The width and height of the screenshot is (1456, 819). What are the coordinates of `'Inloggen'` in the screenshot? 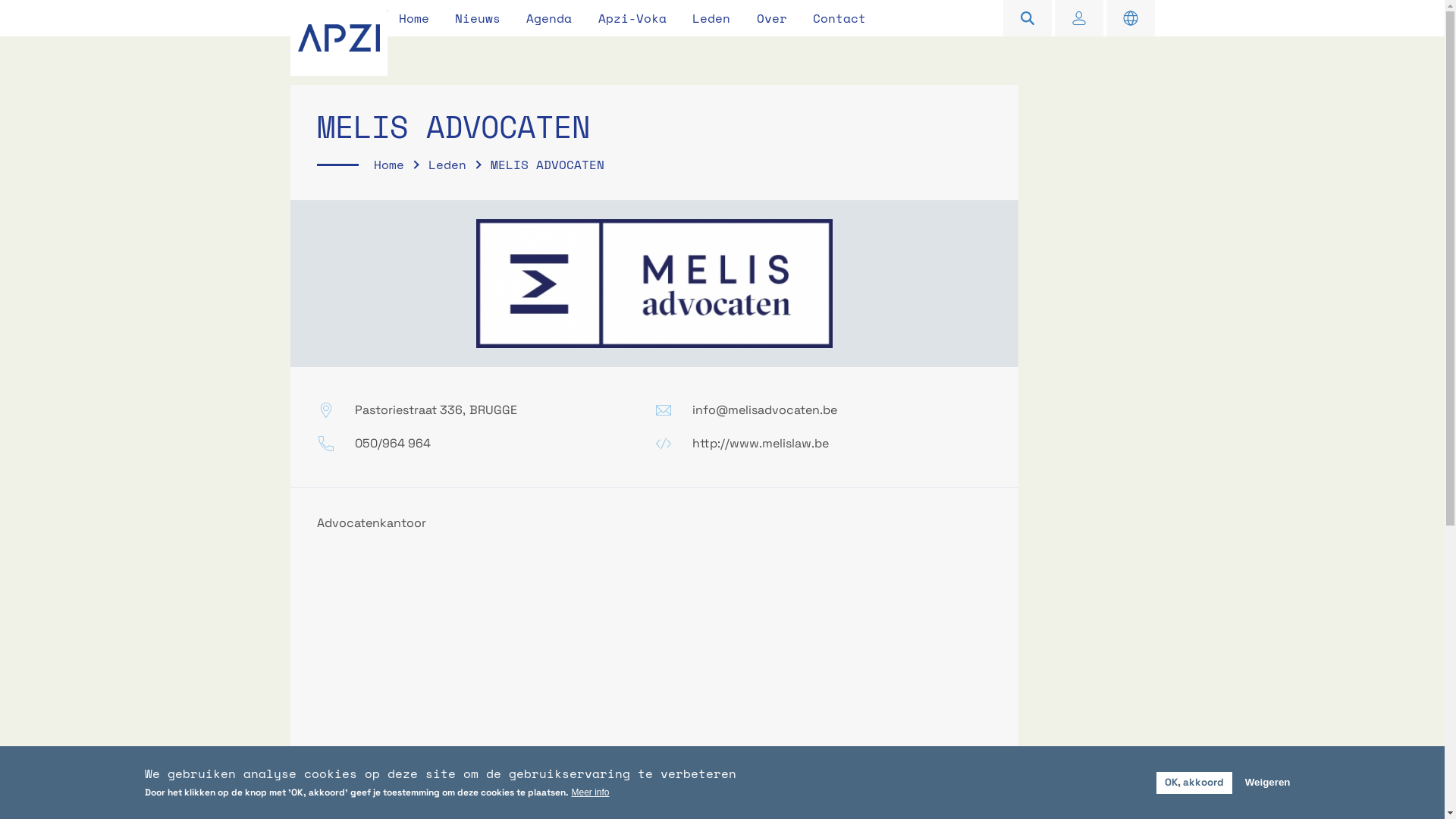 It's located at (1077, 17).